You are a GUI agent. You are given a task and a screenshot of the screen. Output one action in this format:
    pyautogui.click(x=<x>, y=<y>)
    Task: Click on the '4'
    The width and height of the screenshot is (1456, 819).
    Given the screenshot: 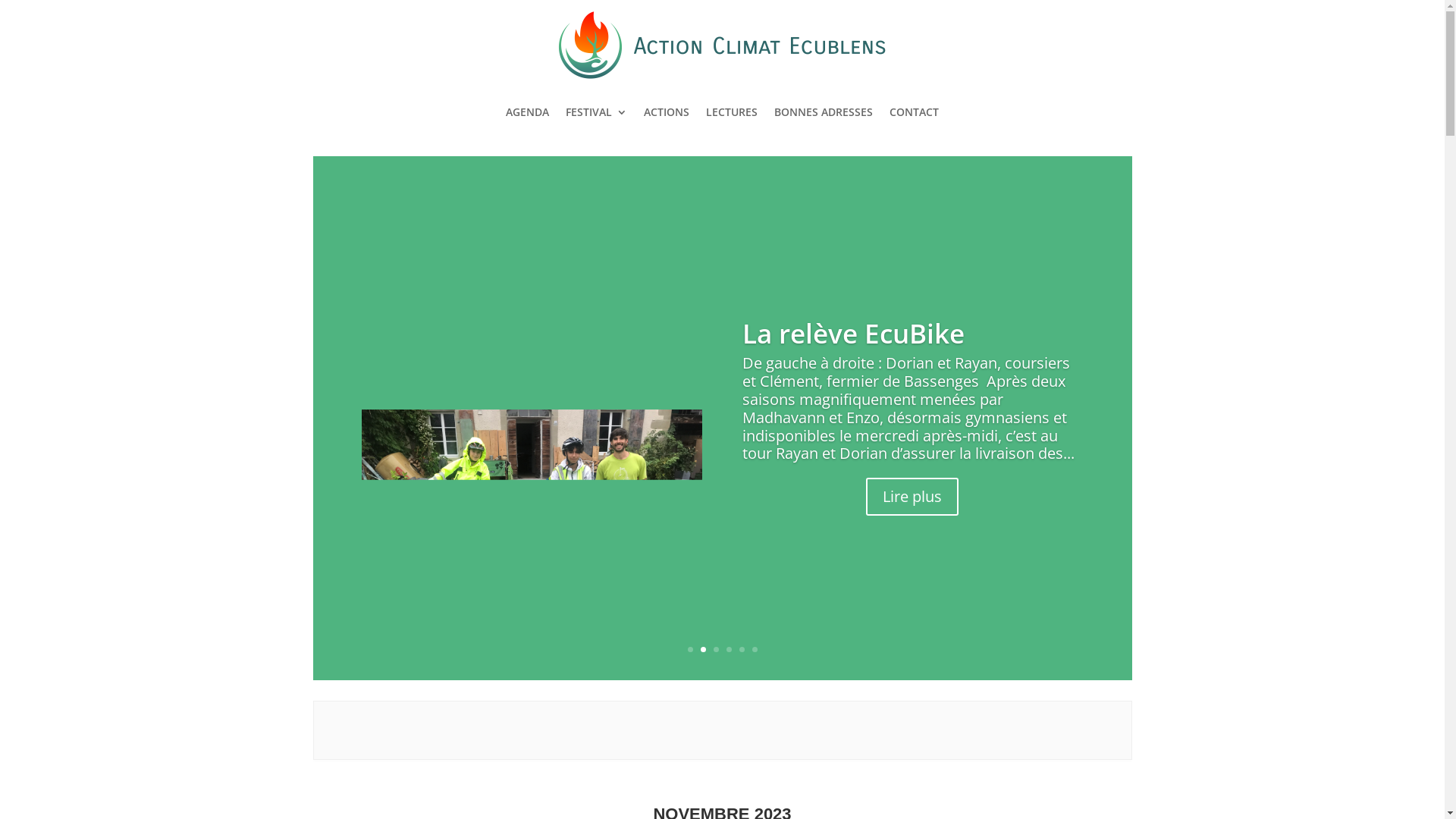 What is the action you would take?
    pyautogui.click(x=726, y=648)
    